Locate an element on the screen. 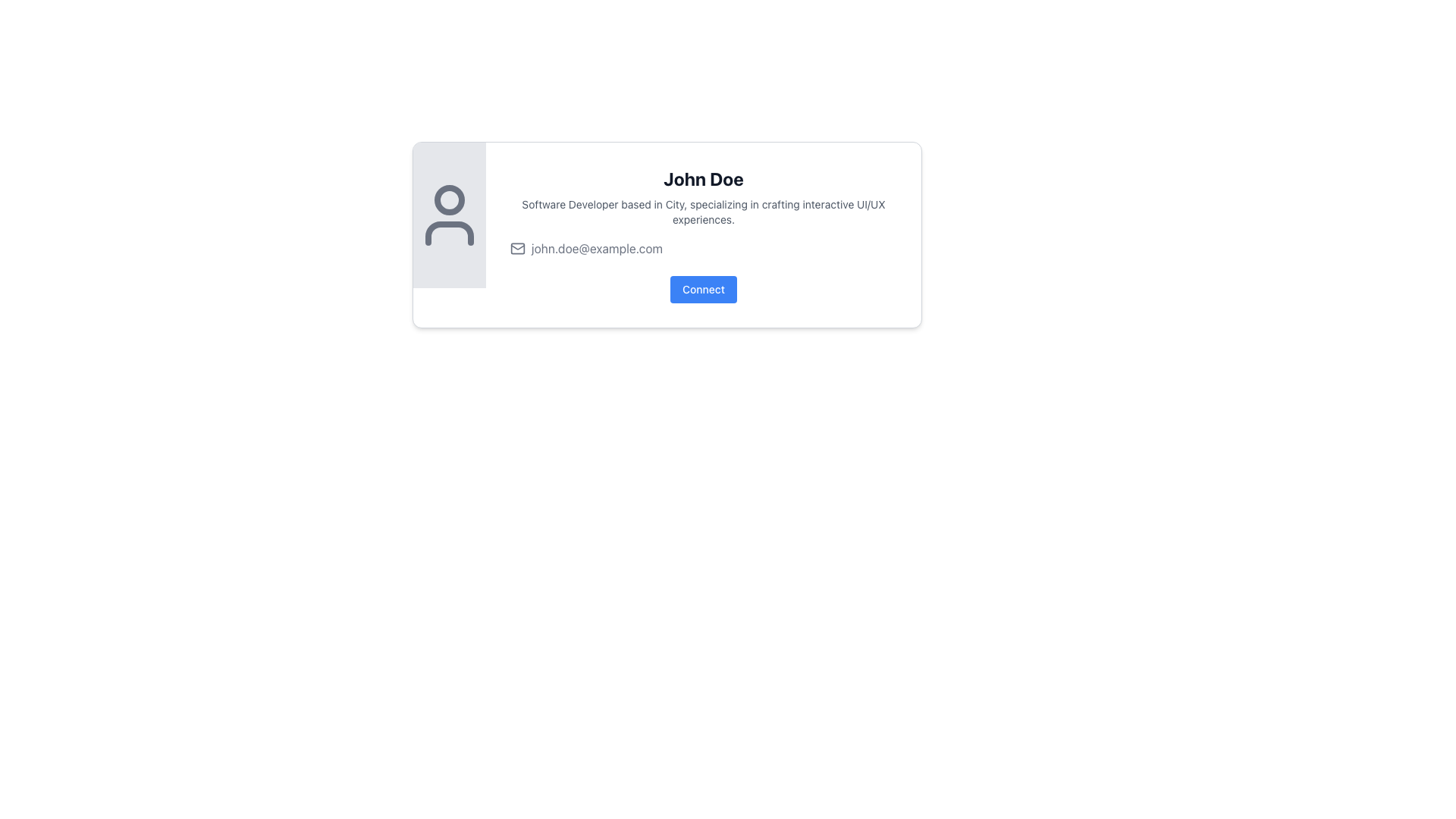 The image size is (1456, 819). text label displaying the name 'John Doe' which serves as a title within the card layout is located at coordinates (702, 177).